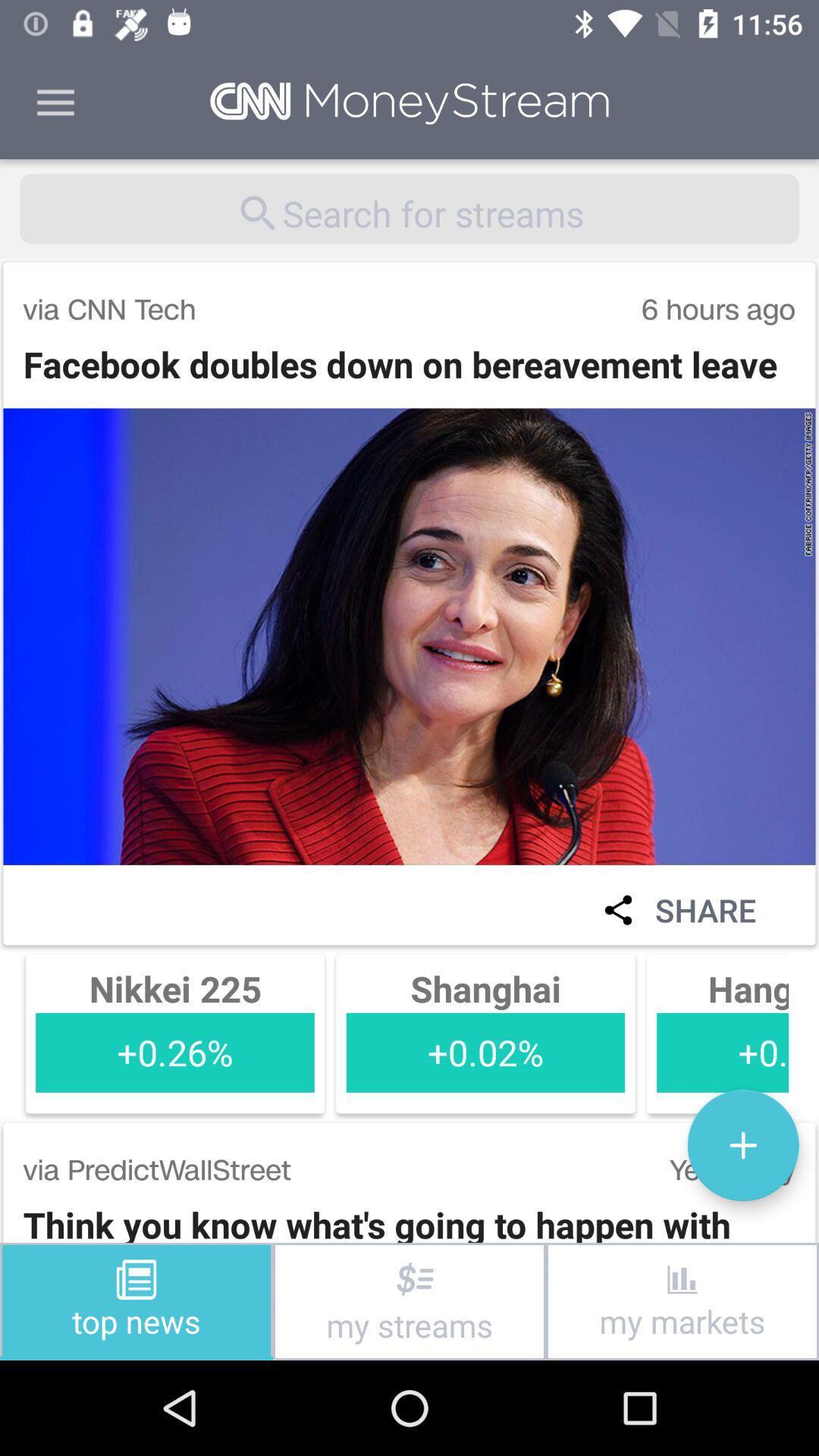  Describe the element at coordinates (742, 1145) in the screenshot. I see `the add icon` at that location.